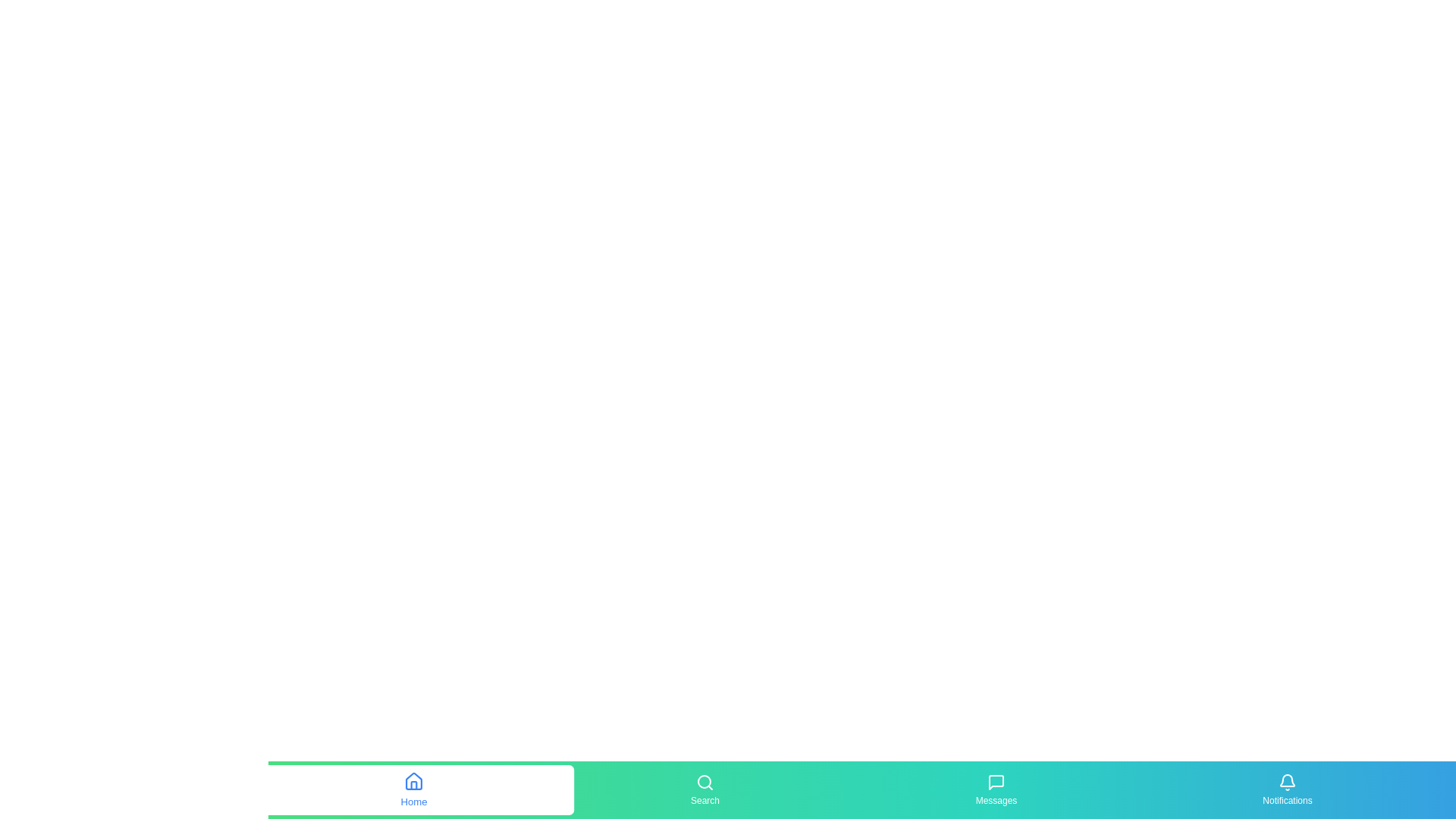  What do you see at coordinates (704, 789) in the screenshot?
I see `the Search button to observe its hover effect` at bounding box center [704, 789].